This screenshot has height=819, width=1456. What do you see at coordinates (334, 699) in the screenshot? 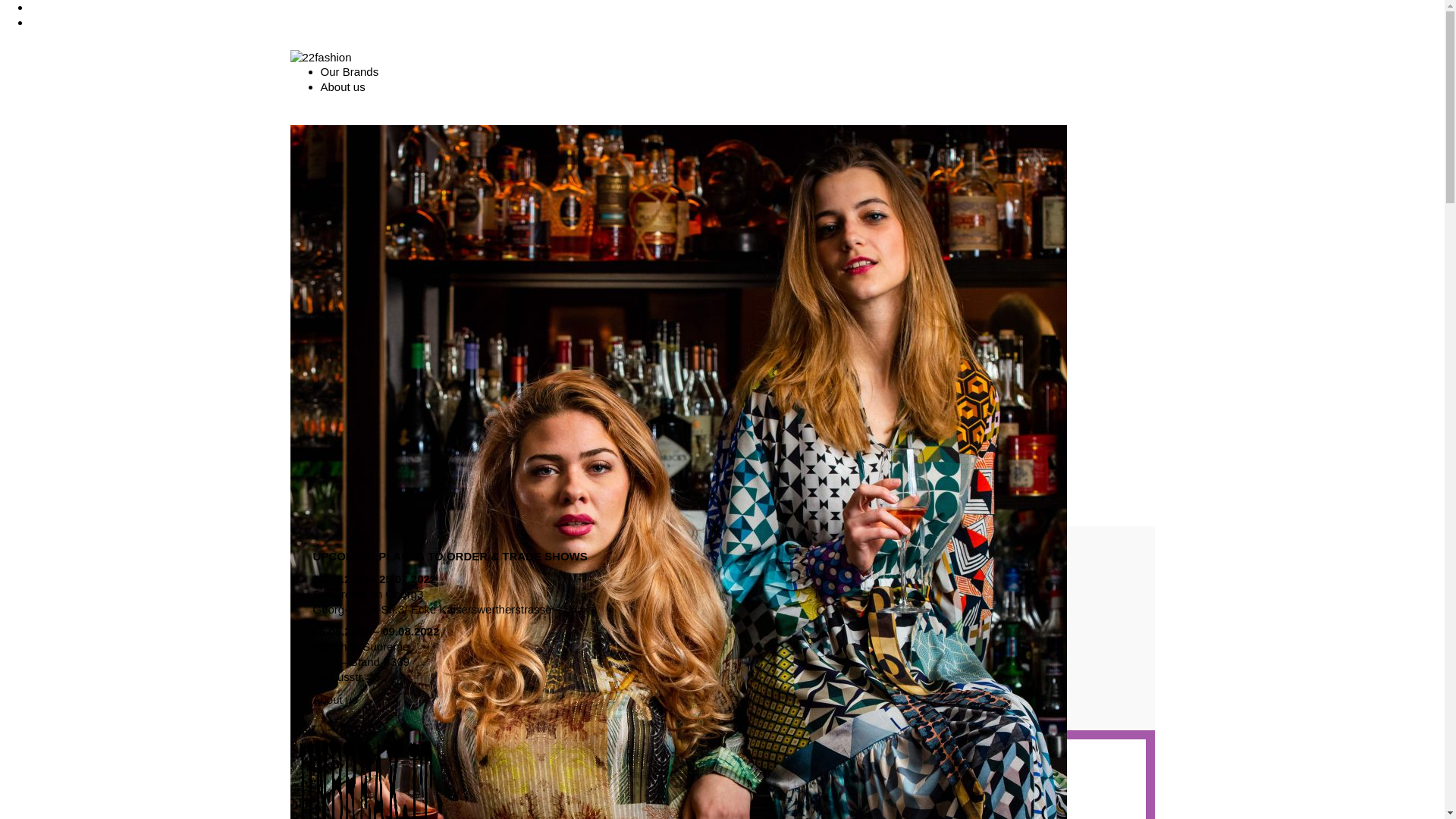
I see `'About us'` at bounding box center [334, 699].